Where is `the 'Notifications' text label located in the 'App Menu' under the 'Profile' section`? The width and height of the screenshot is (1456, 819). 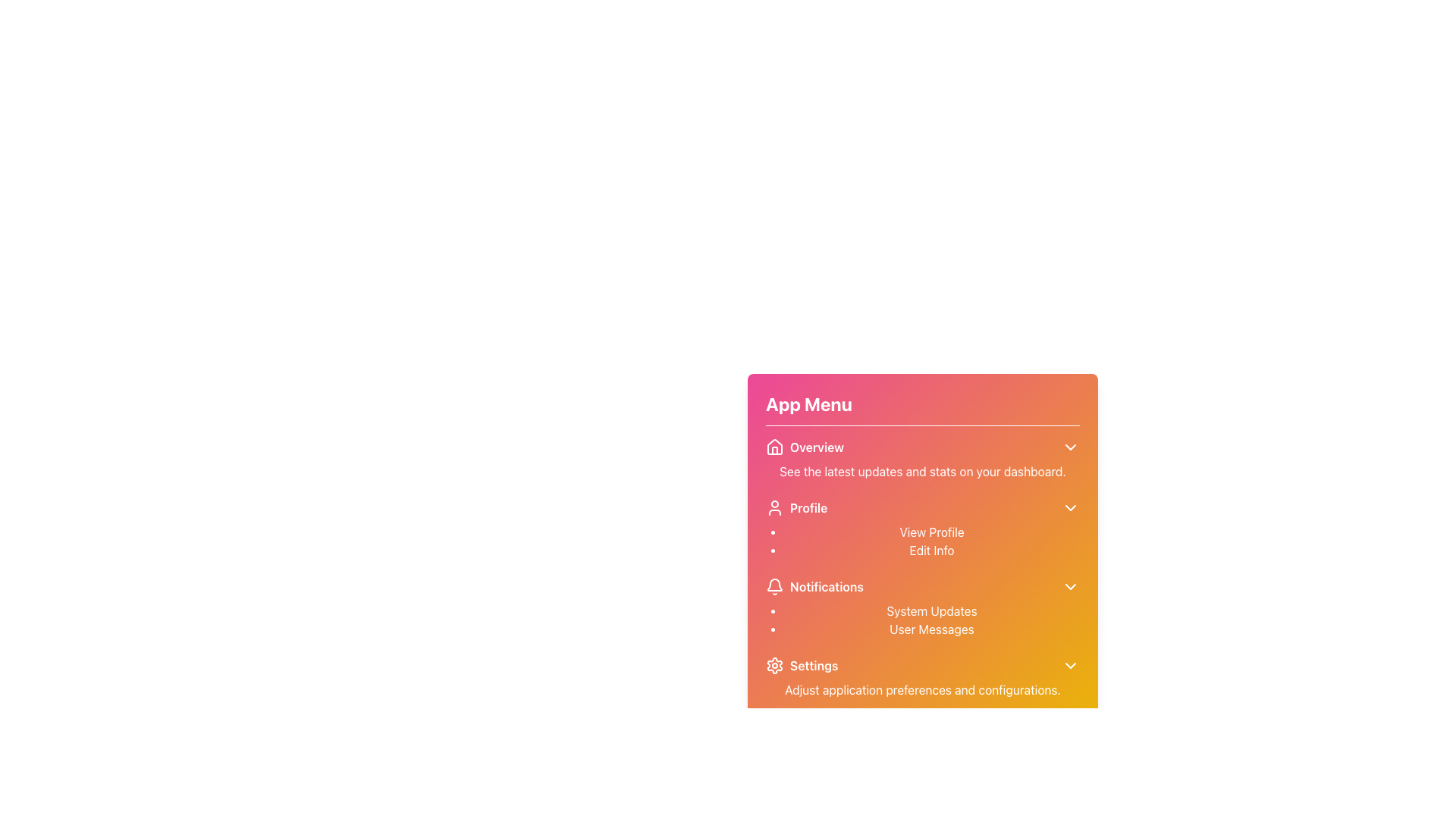 the 'Notifications' text label located in the 'App Menu' under the 'Profile' section is located at coordinates (826, 586).